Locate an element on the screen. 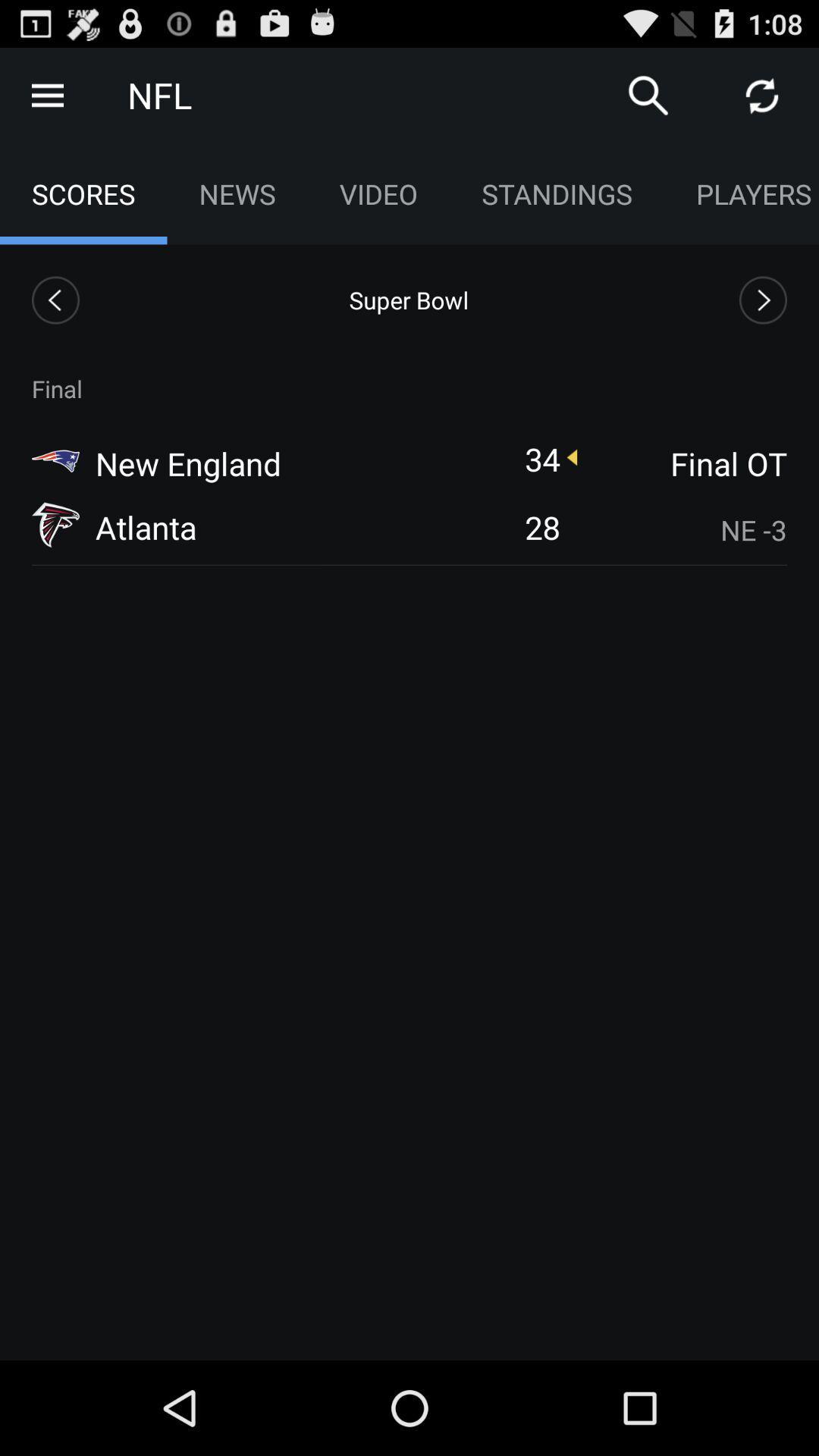 This screenshot has height=1456, width=819. refresh is located at coordinates (762, 94).